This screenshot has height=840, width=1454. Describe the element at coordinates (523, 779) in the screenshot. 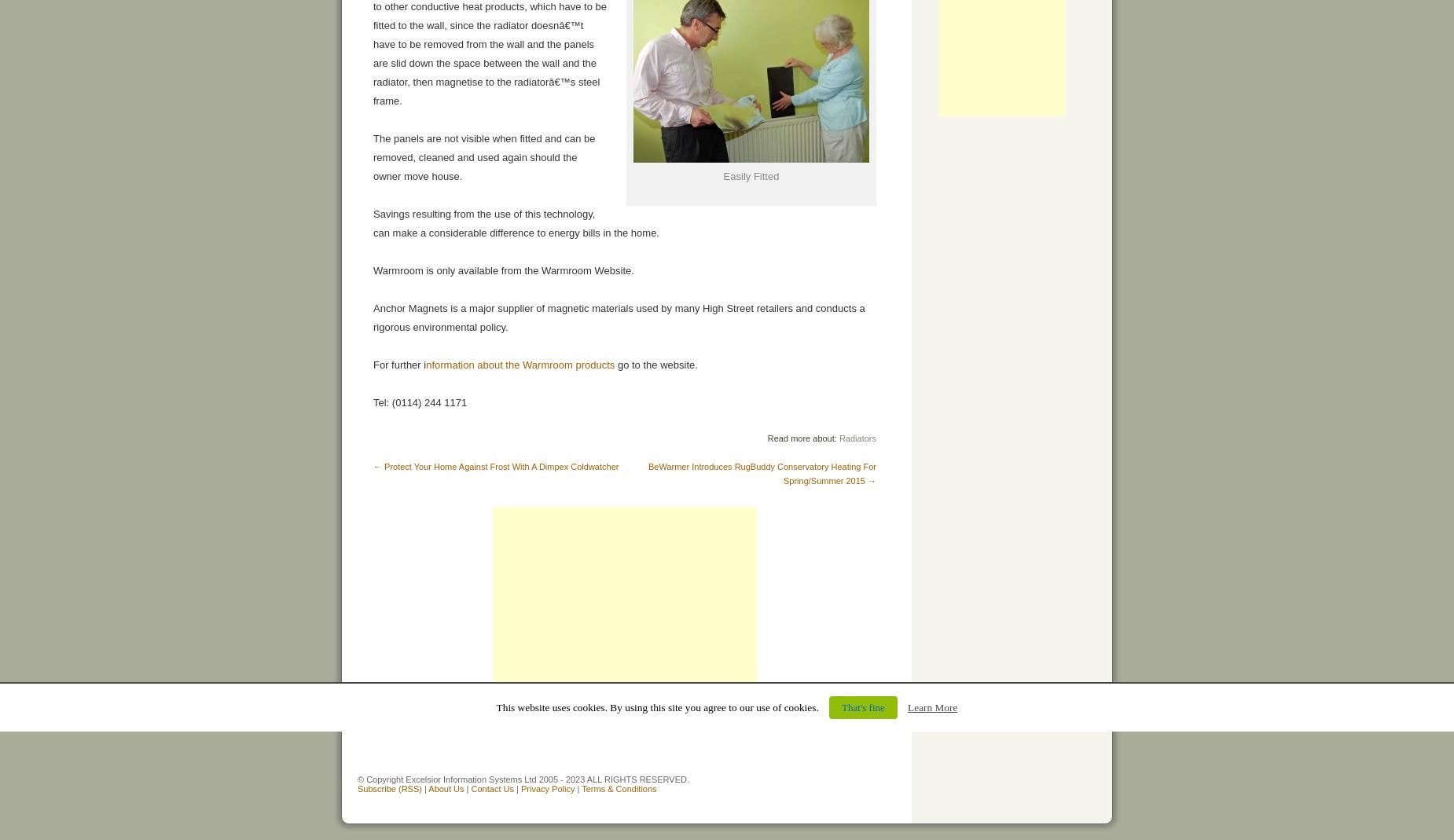

I see `'© Copyright Excelsior Information Systems Ltd 2005 - 2023 ALL RIGHTS RESERVED.'` at that location.